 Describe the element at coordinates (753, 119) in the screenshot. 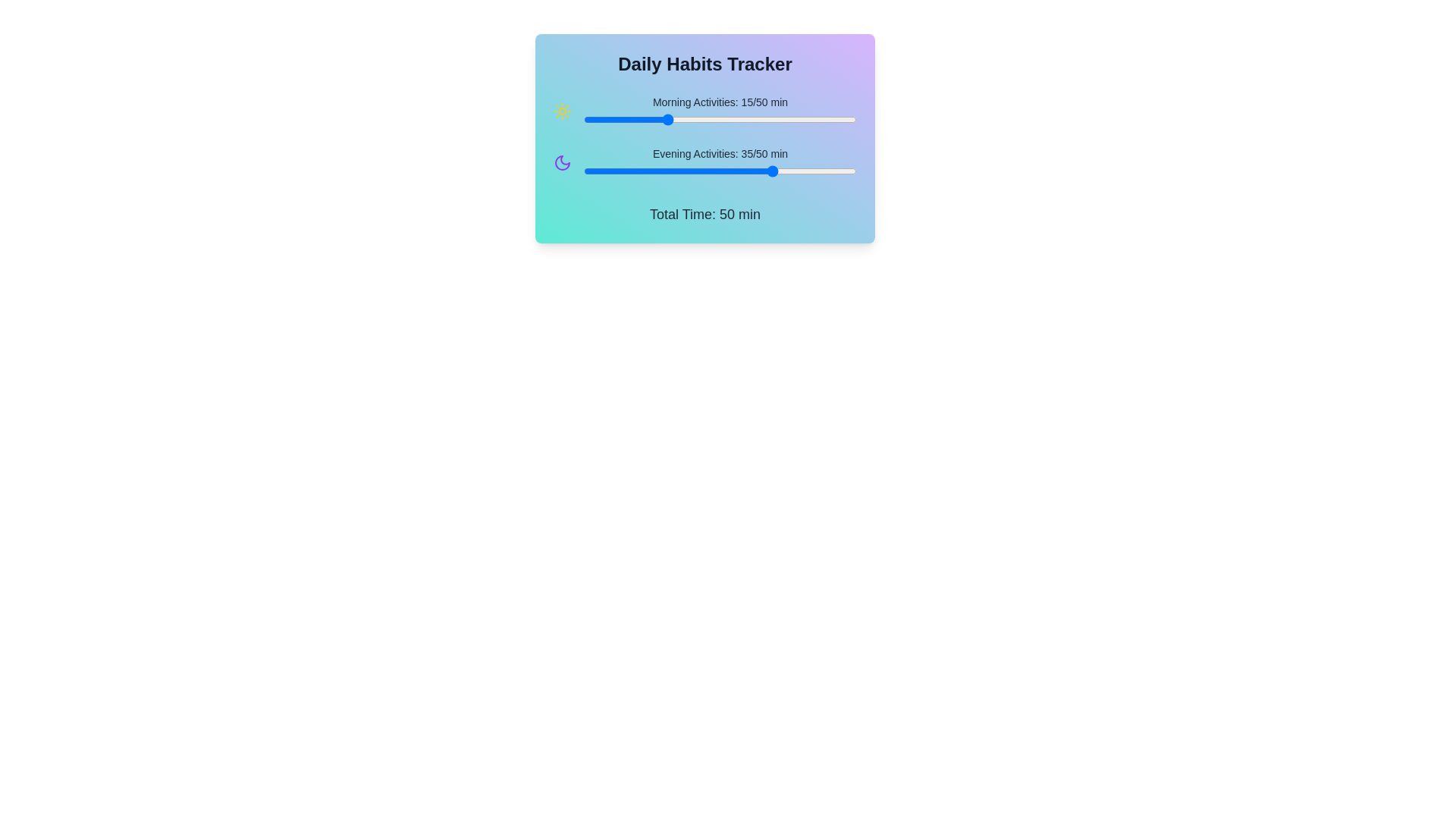

I see `the 'Morning Activities' slider` at that location.